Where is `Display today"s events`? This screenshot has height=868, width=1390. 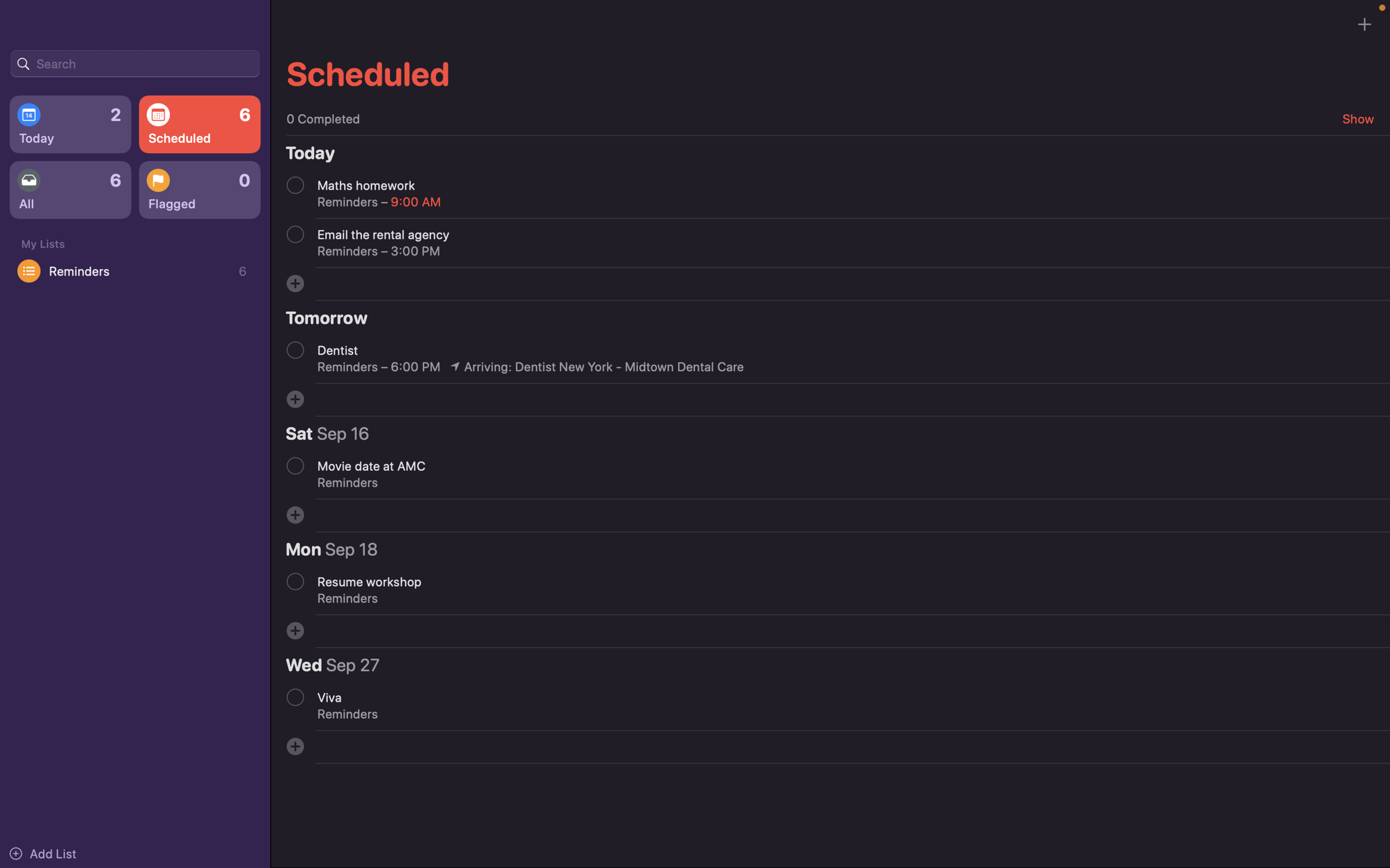 Display today"s events is located at coordinates (69, 125).